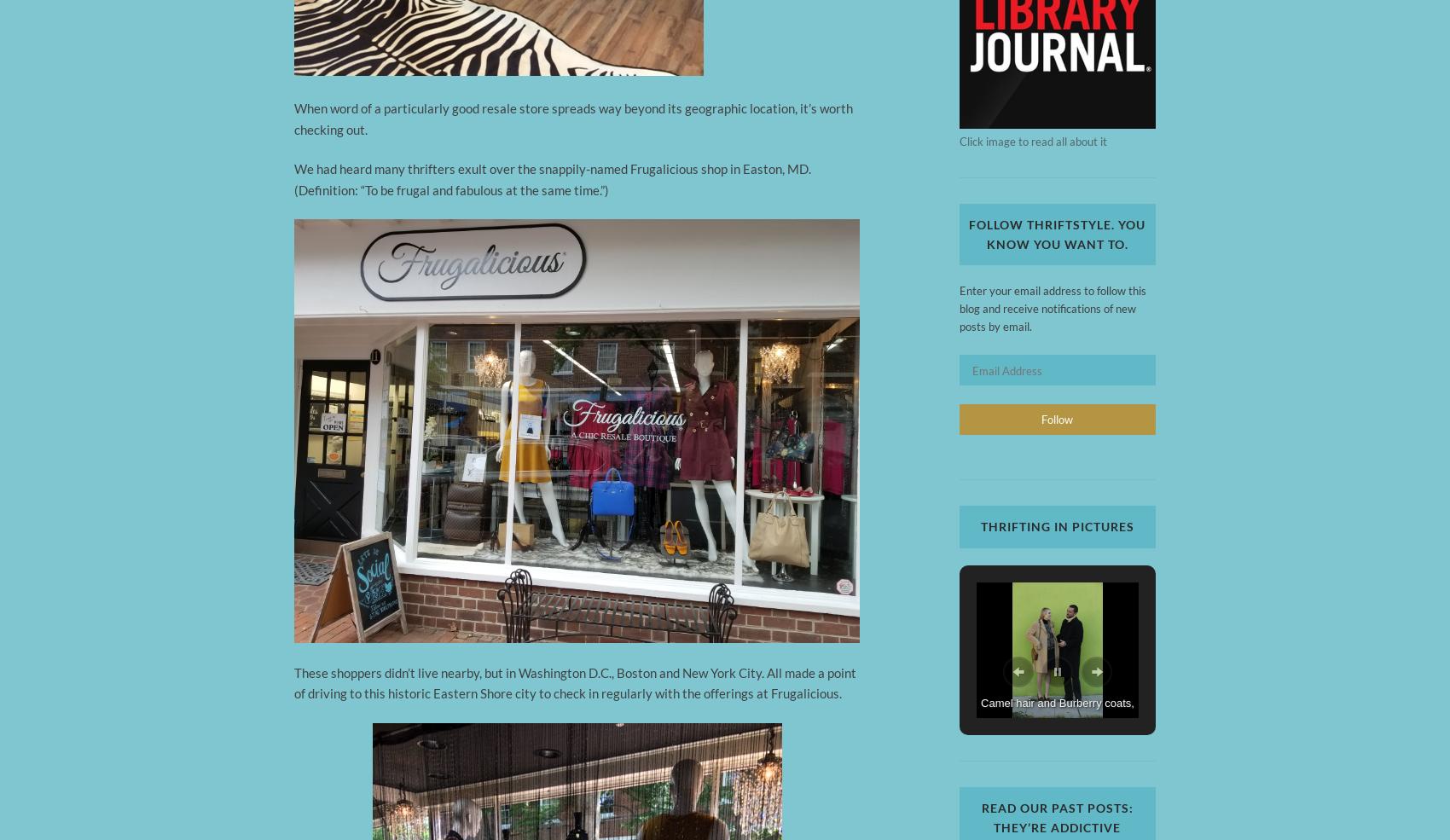 The width and height of the screenshot is (1450, 840). I want to click on 'These shoppers didn’t live nearby, but in Washington D.C., Boston and New York City. All made a point of driving to this historic Eastern Shore city to check in regularly with the offerings at Frugalicious.', so click(575, 681).